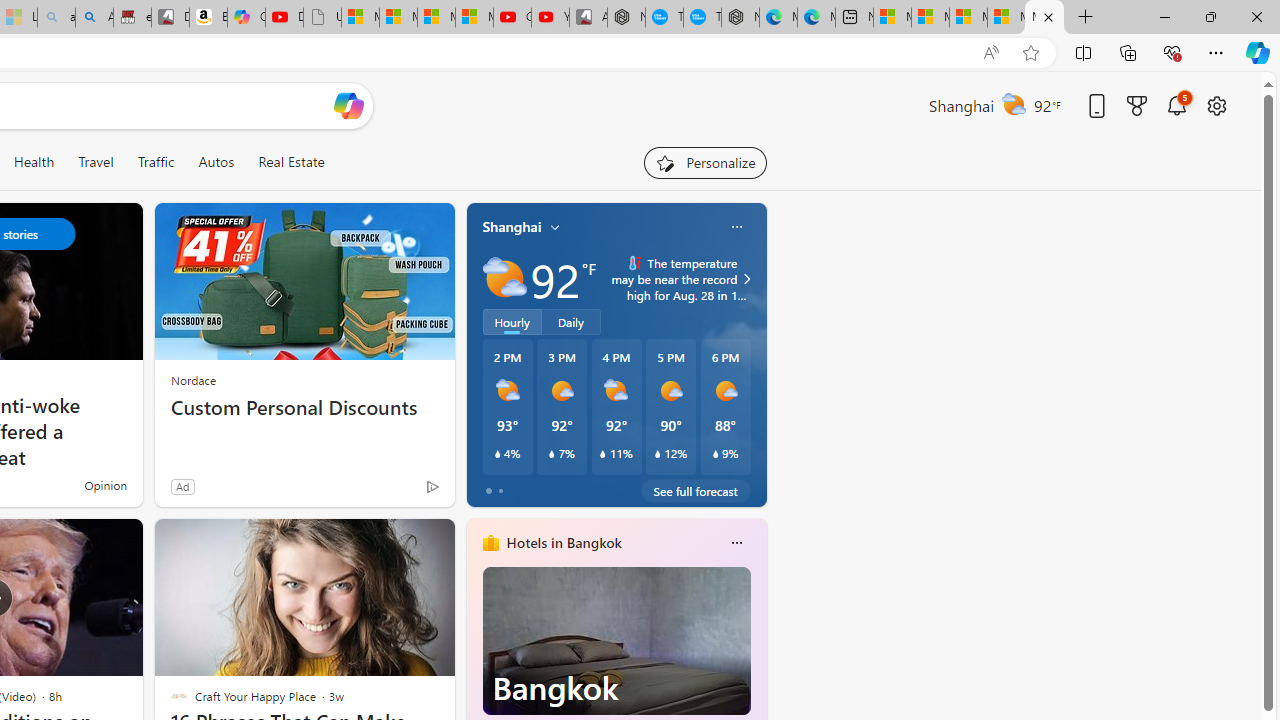  I want to click on 'amazon - Search - Sleeping', so click(56, 17).